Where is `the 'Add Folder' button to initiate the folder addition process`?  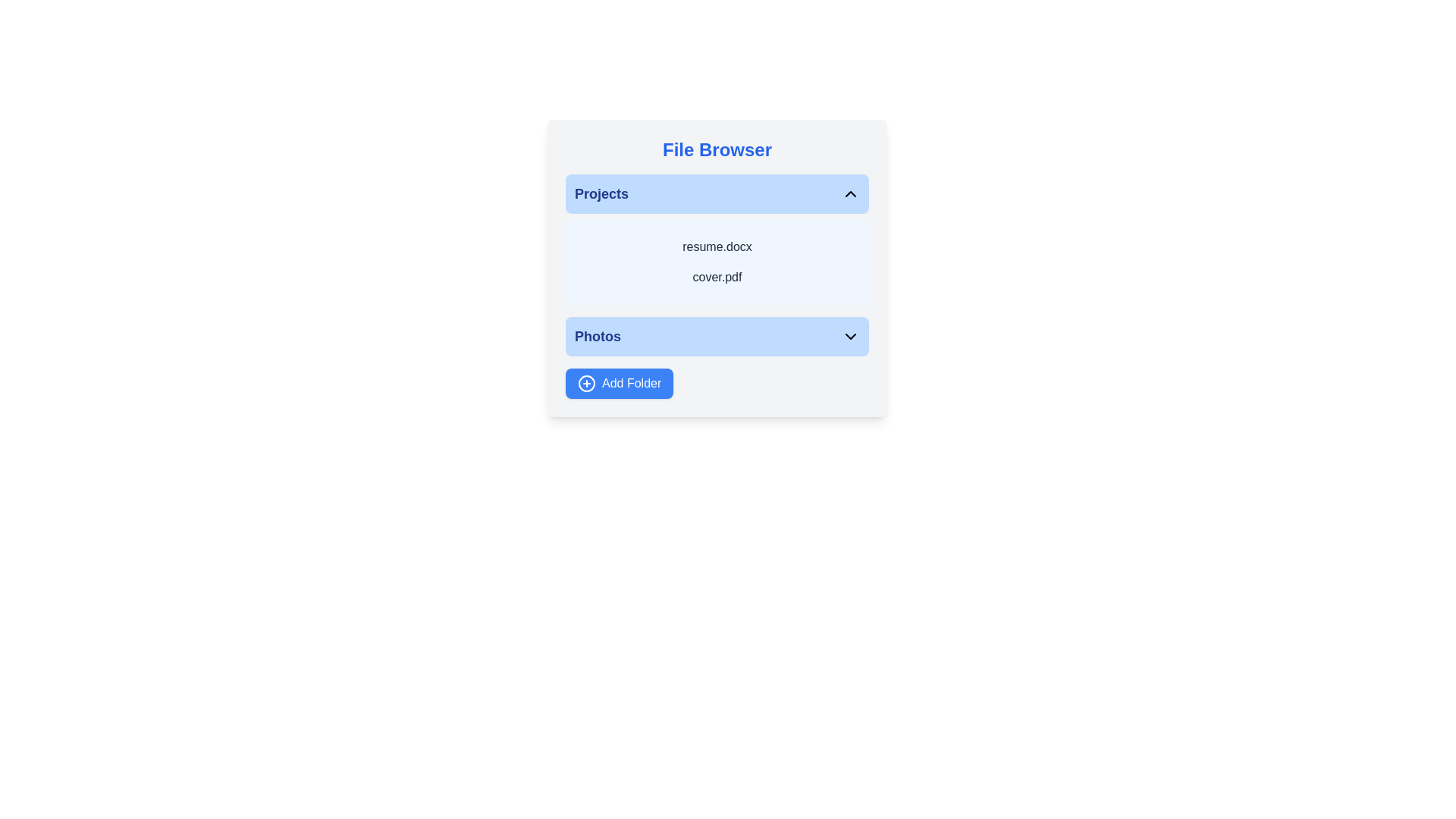
the 'Add Folder' button to initiate the folder addition process is located at coordinates (619, 382).